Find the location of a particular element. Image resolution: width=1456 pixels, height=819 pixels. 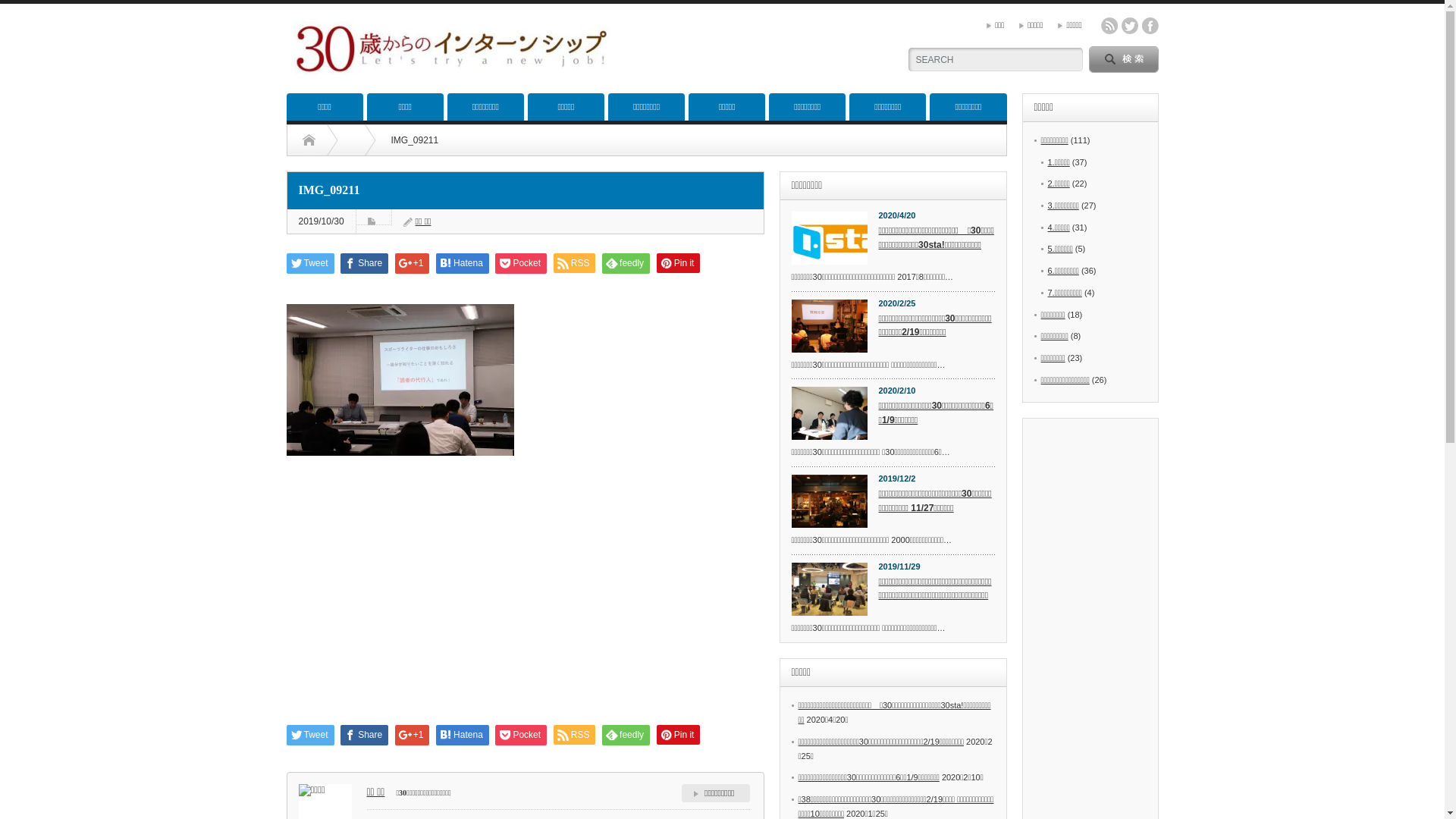

'Hatena' is located at coordinates (461, 262).